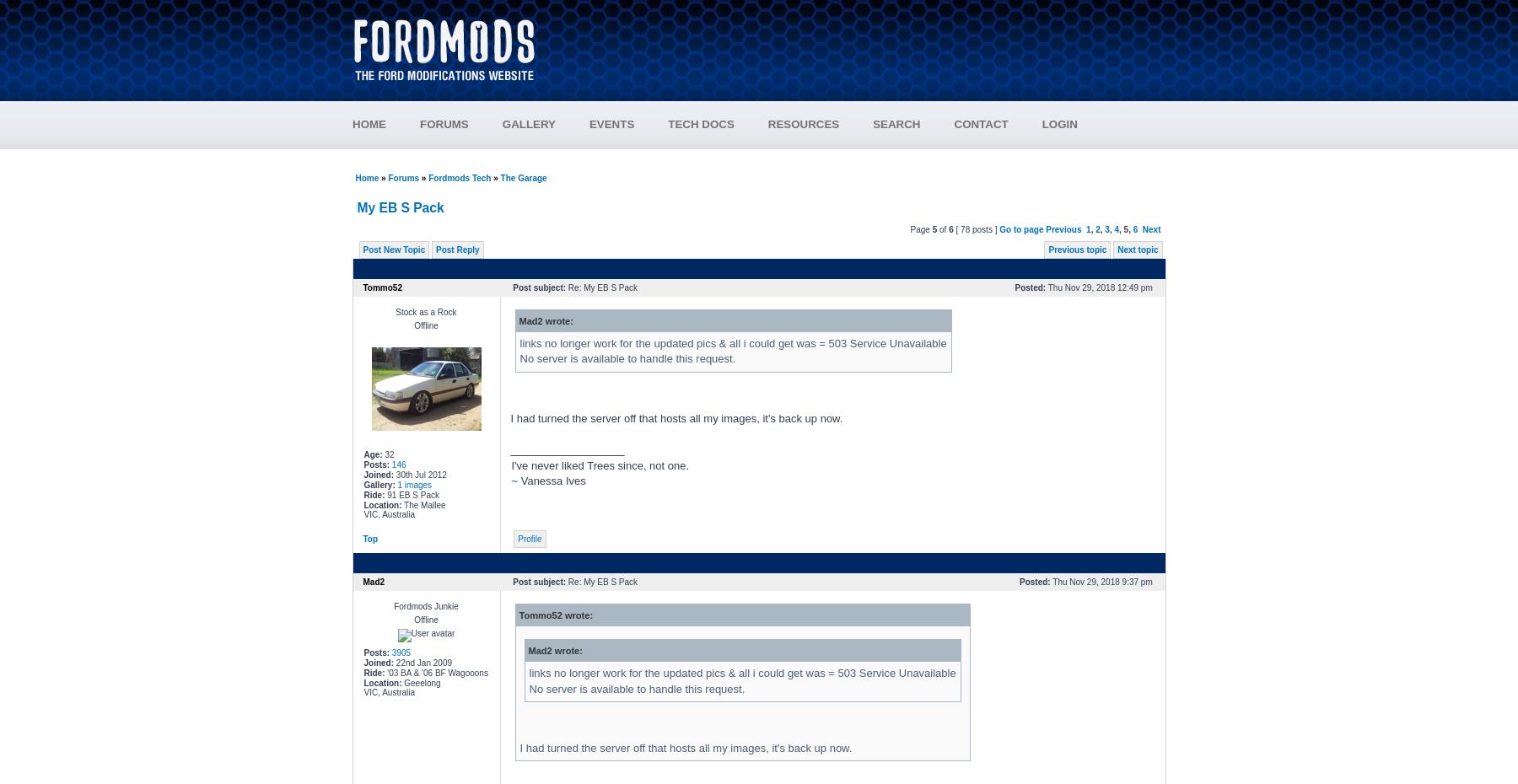 The width and height of the screenshot is (1518, 784). I want to click on ''03 BA & '06 BF Wagooons', so click(434, 672).